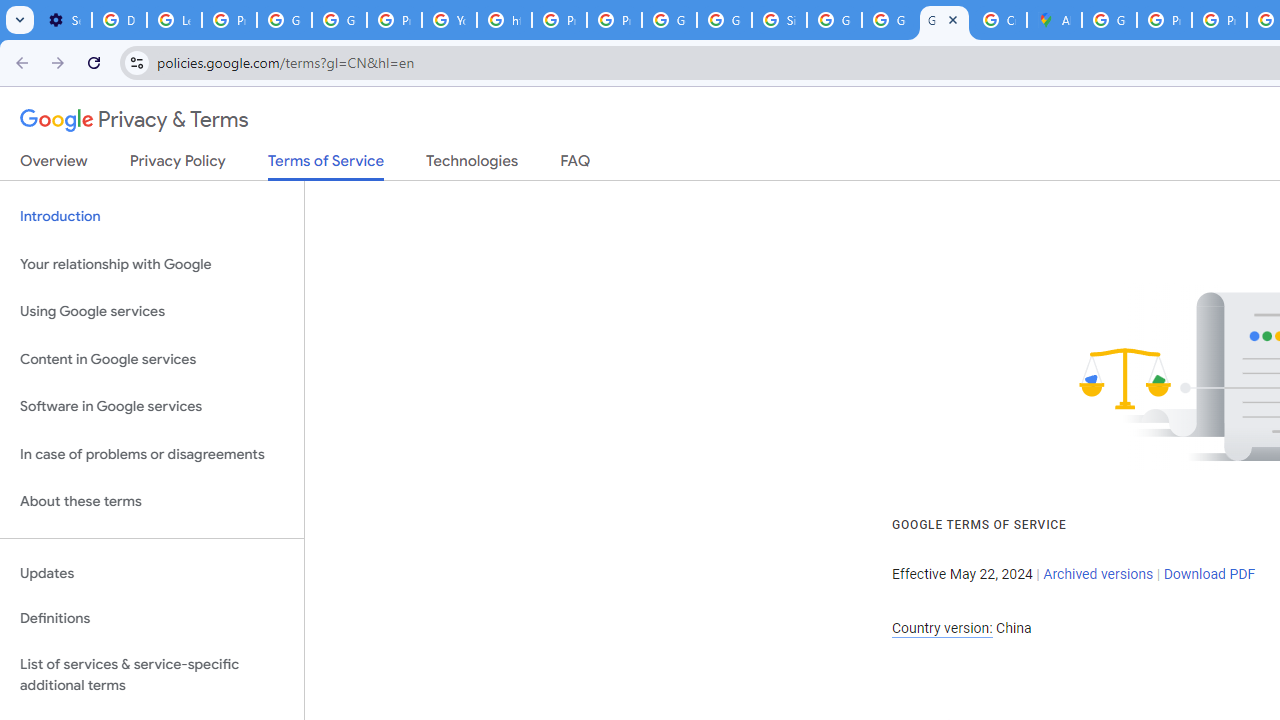  What do you see at coordinates (151, 618) in the screenshot?
I see `'Definitions'` at bounding box center [151, 618].